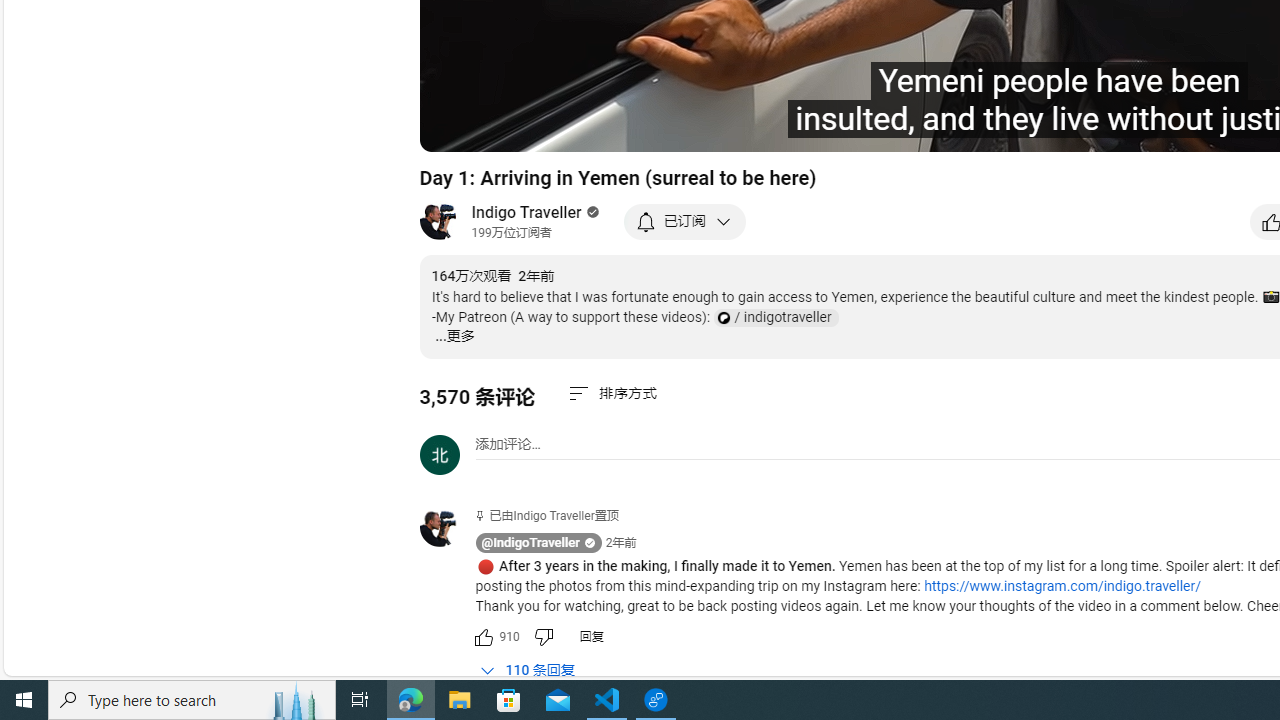 The width and height of the screenshot is (1280, 720). I want to click on 'AutomationID: simplebox-placeholder', so click(508, 443).